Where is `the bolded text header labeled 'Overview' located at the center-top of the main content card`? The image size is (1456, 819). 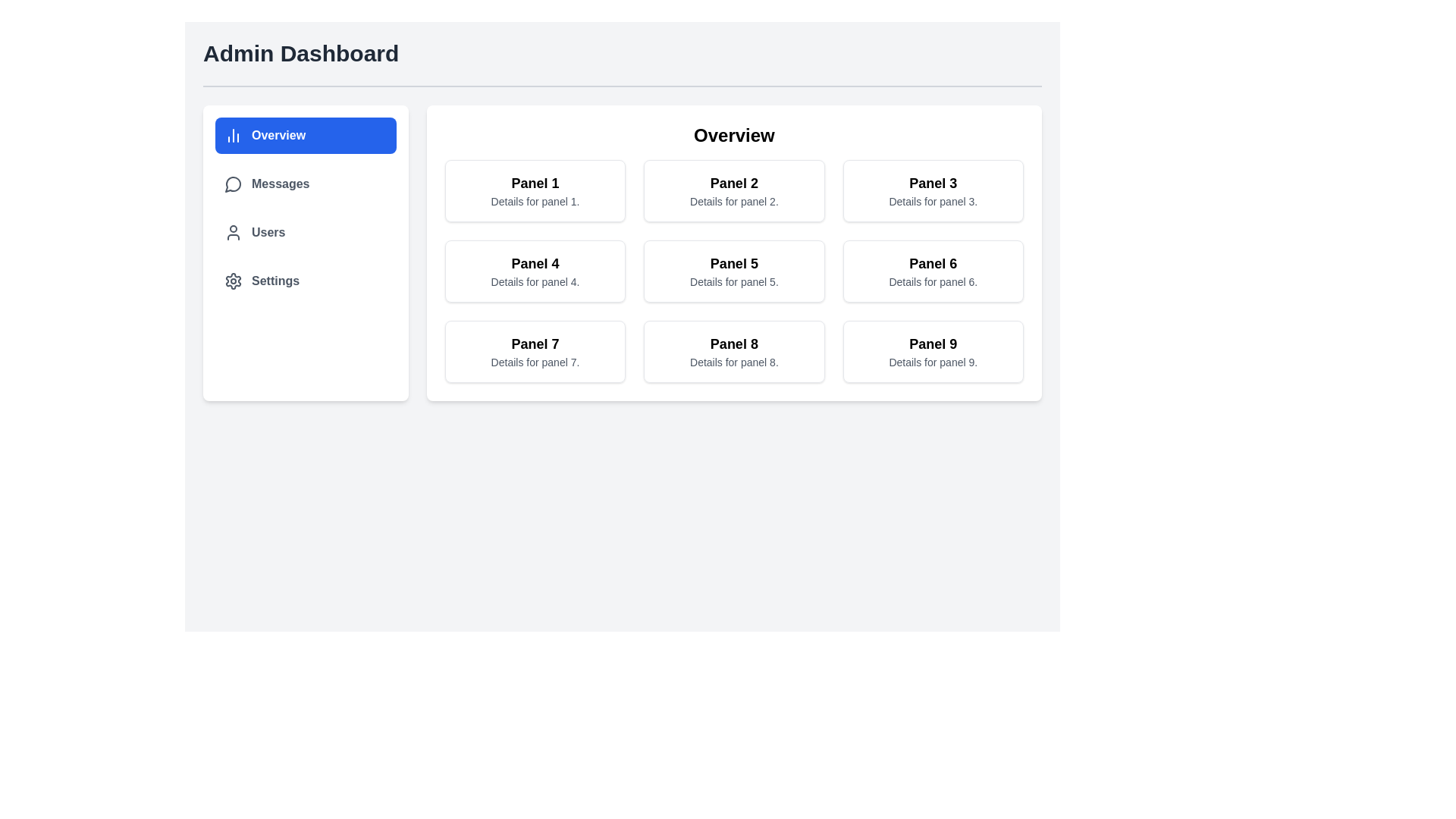 the bolded text header labeled 'Overview' located at the center-top of the main content card is located at coordinates (734, 134).